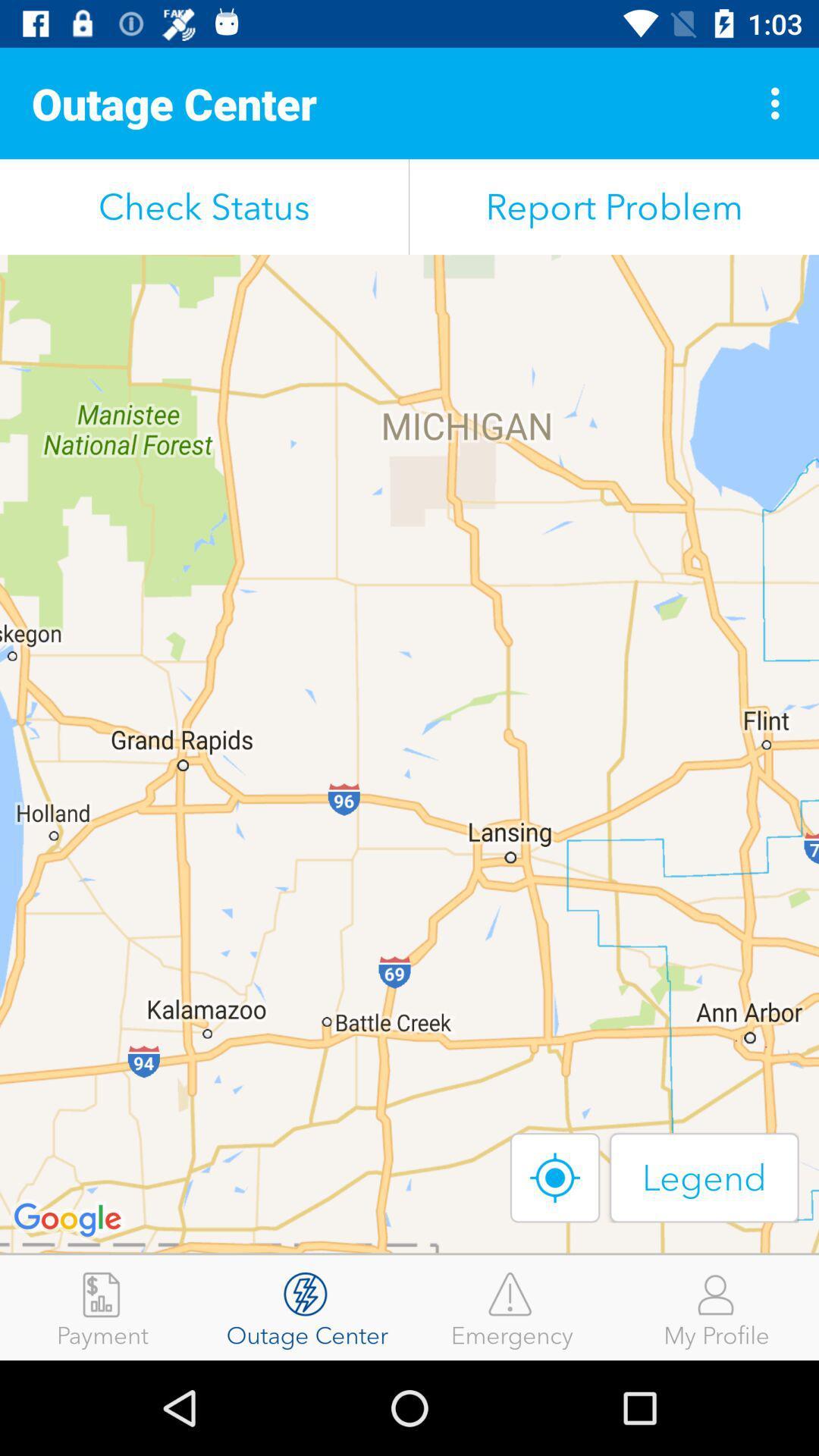 The width and height of the screenshot is (819, 1456). Describe the element at coordinates (704, 1177) in the screenshot. I see `the icon below report problem icon` at that location.